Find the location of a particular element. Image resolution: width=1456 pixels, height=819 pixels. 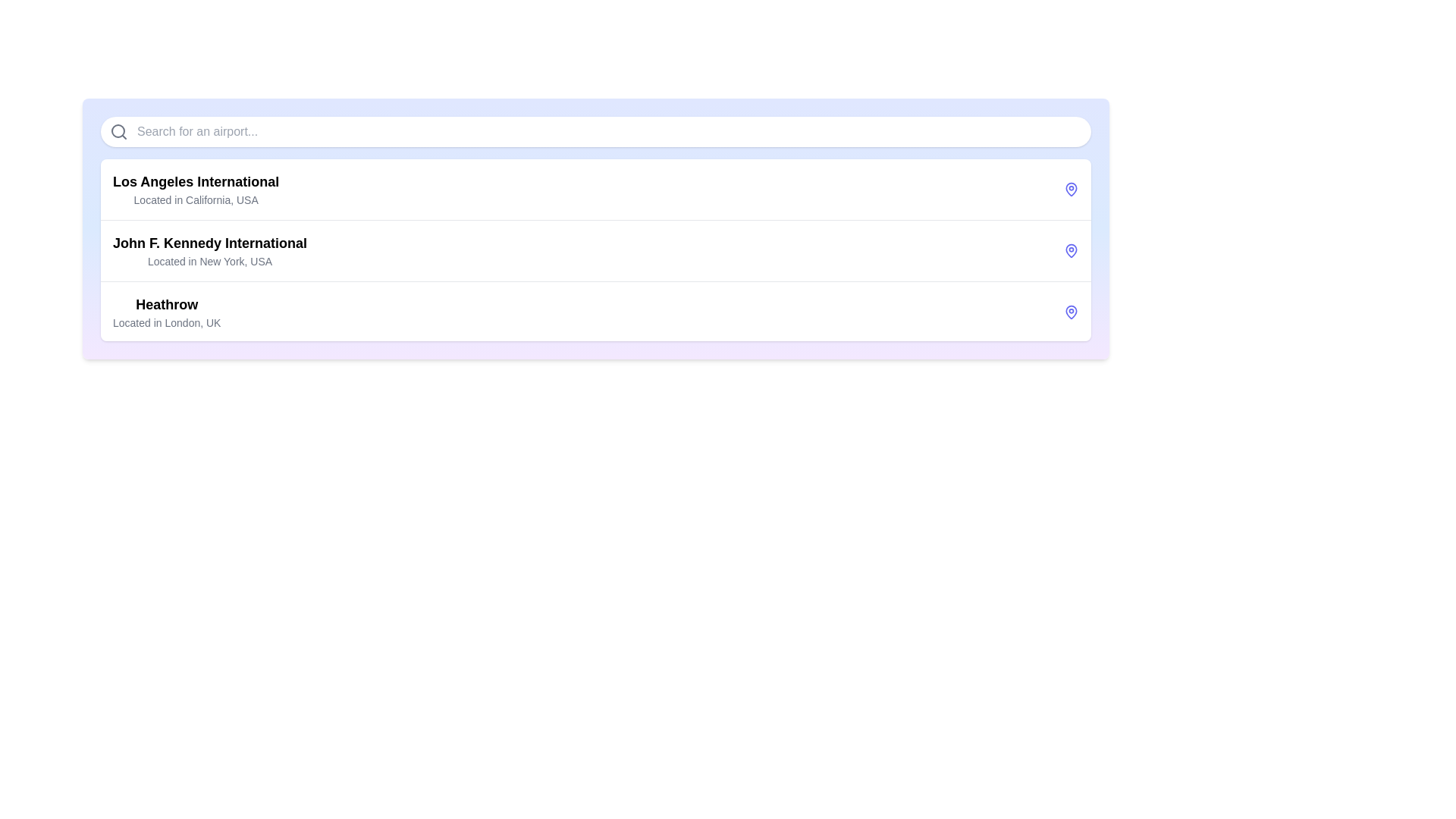

the map pin icon located to the right side of the 'Los Angeles International' list item by clicking on its lower pointed section is located at coordinates (1070, 188).